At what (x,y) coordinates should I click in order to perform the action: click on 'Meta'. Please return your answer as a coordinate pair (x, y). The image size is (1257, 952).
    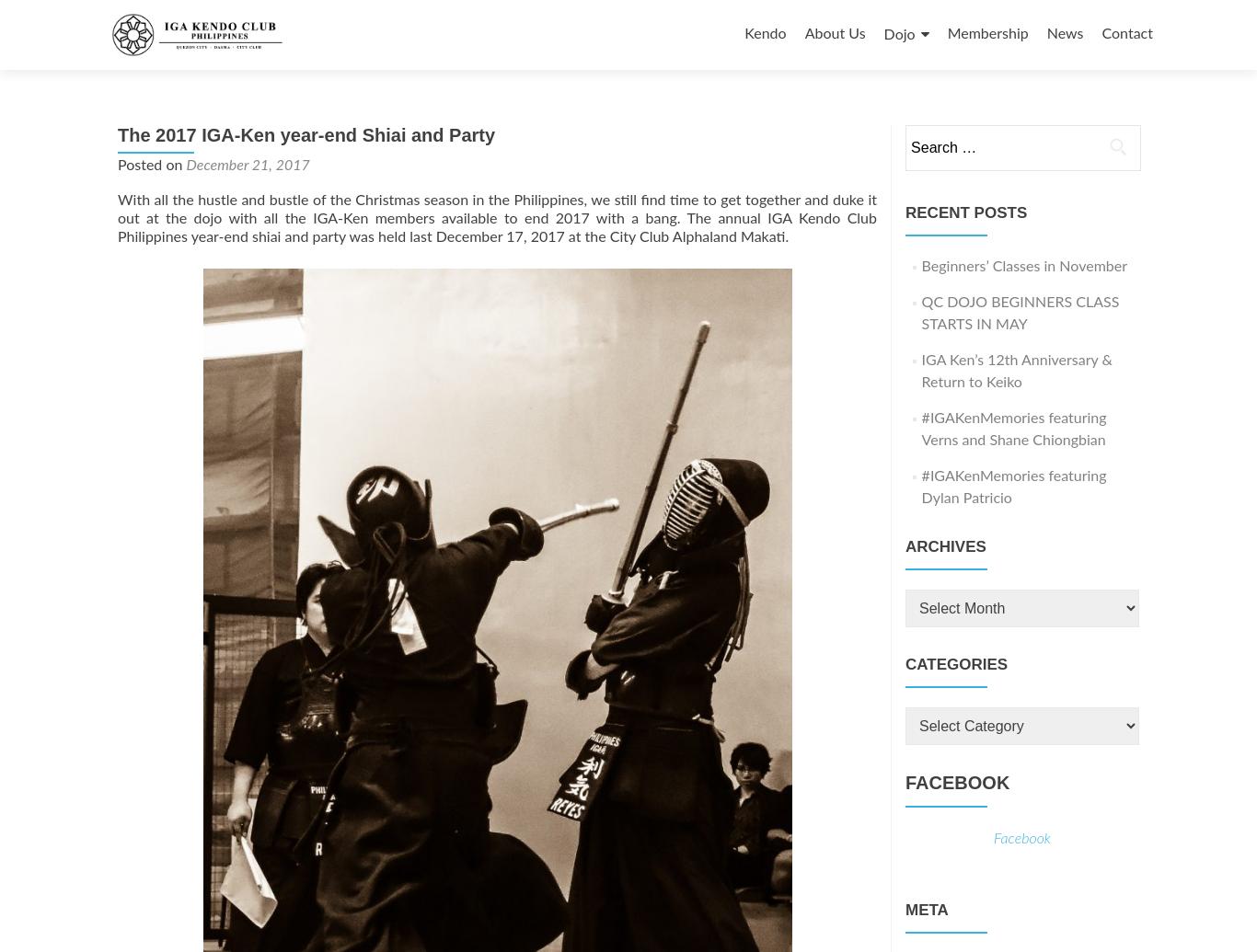
    Looking at the image, I should click on (927, 909).